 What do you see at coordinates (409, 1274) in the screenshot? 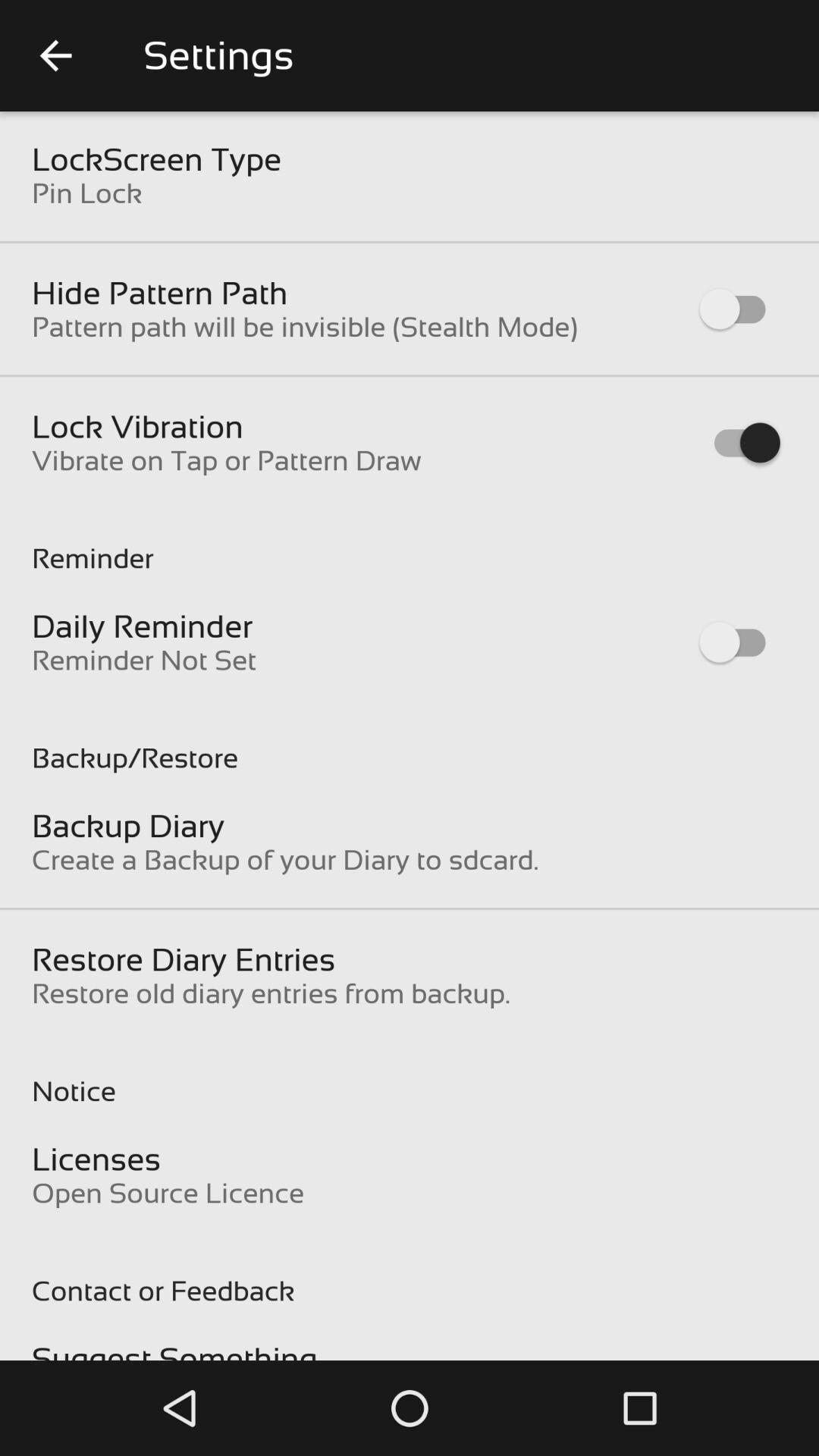
I see `the item above suggest something item` at bounding box center [409, 1274].